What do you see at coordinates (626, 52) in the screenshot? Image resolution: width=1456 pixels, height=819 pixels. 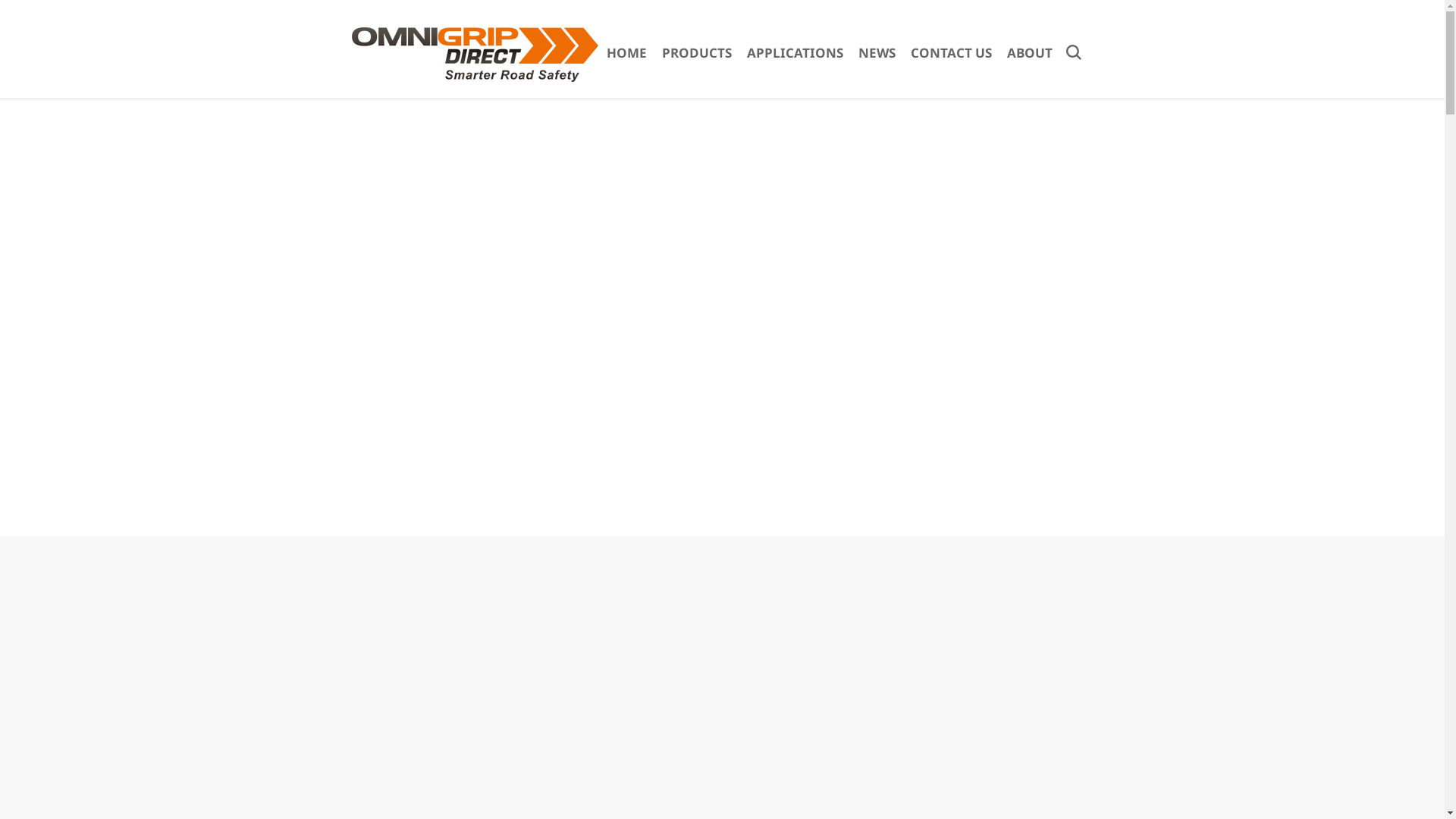 I see `'HOME'` at bounding box center [626, 52].